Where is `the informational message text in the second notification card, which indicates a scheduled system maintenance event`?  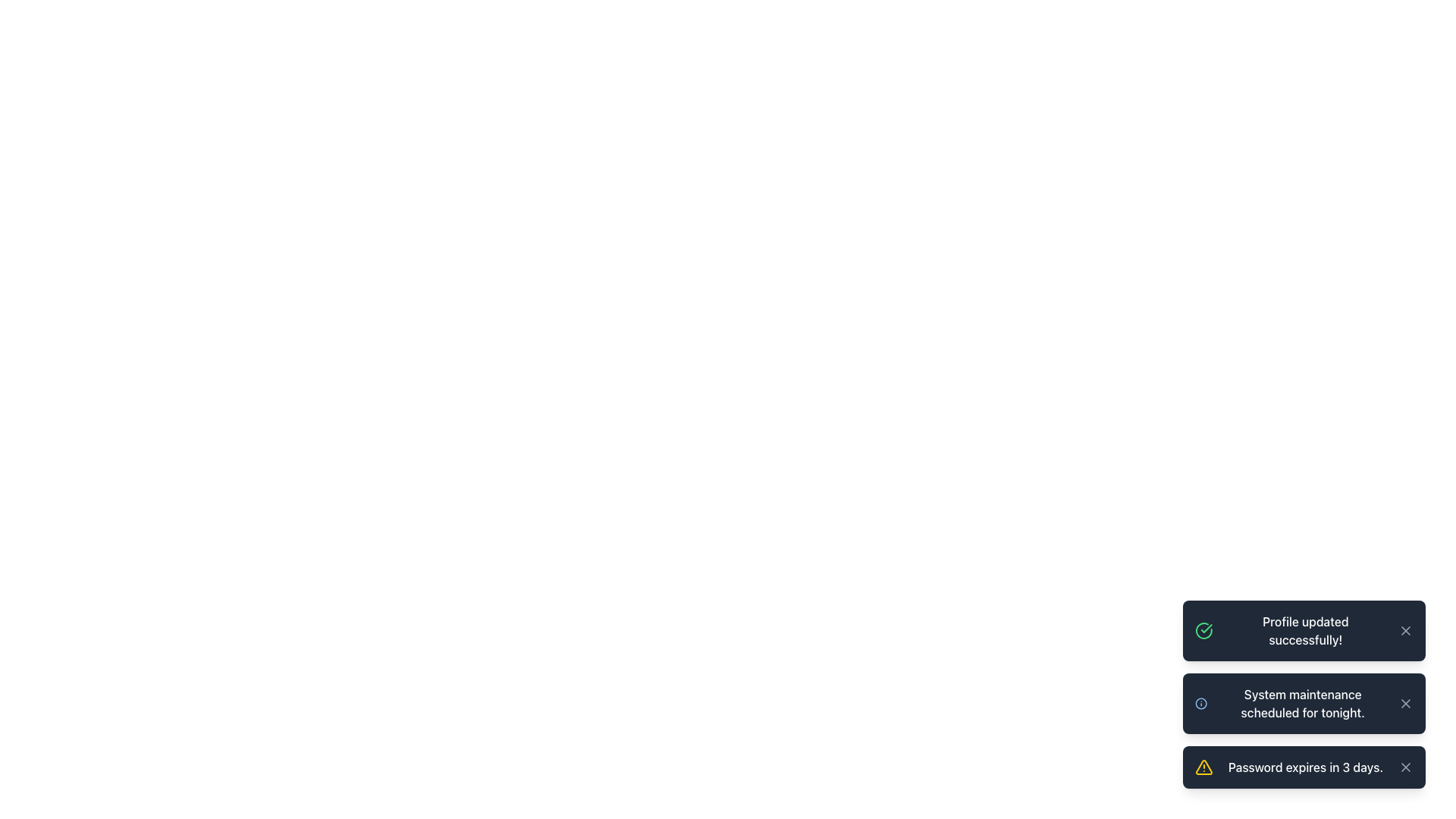 the informational message text in the second notification card, which indicates a scheduled system maintenance event is located at coordinates (1302, 704).